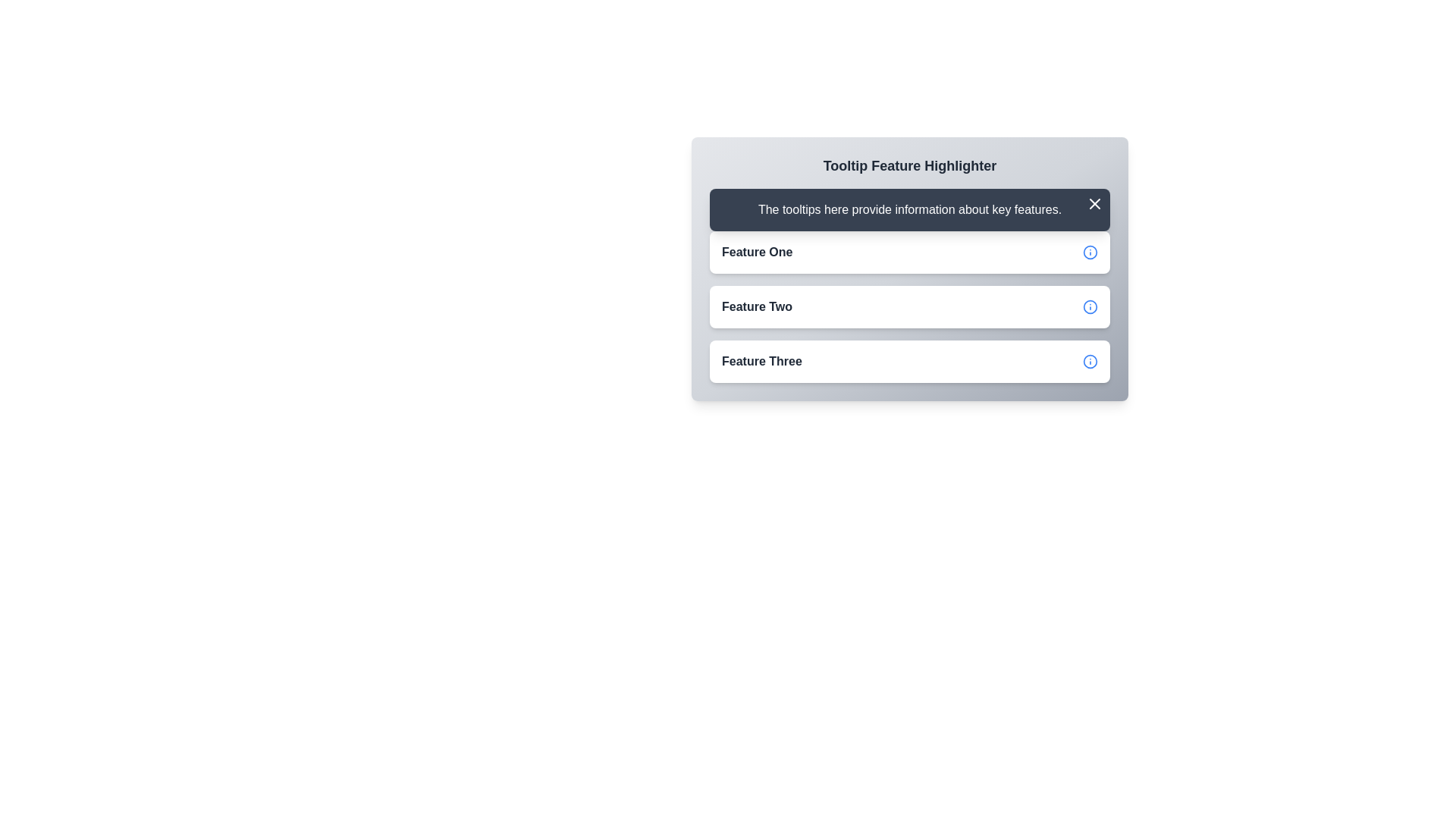 The height and width of the screenshot is (819, 1456). What do you see at coordinates (910, 210) in the screenshot?
I see `the Text Display Area that provides guidance or context about the interface` at bounding box center [910, 210].